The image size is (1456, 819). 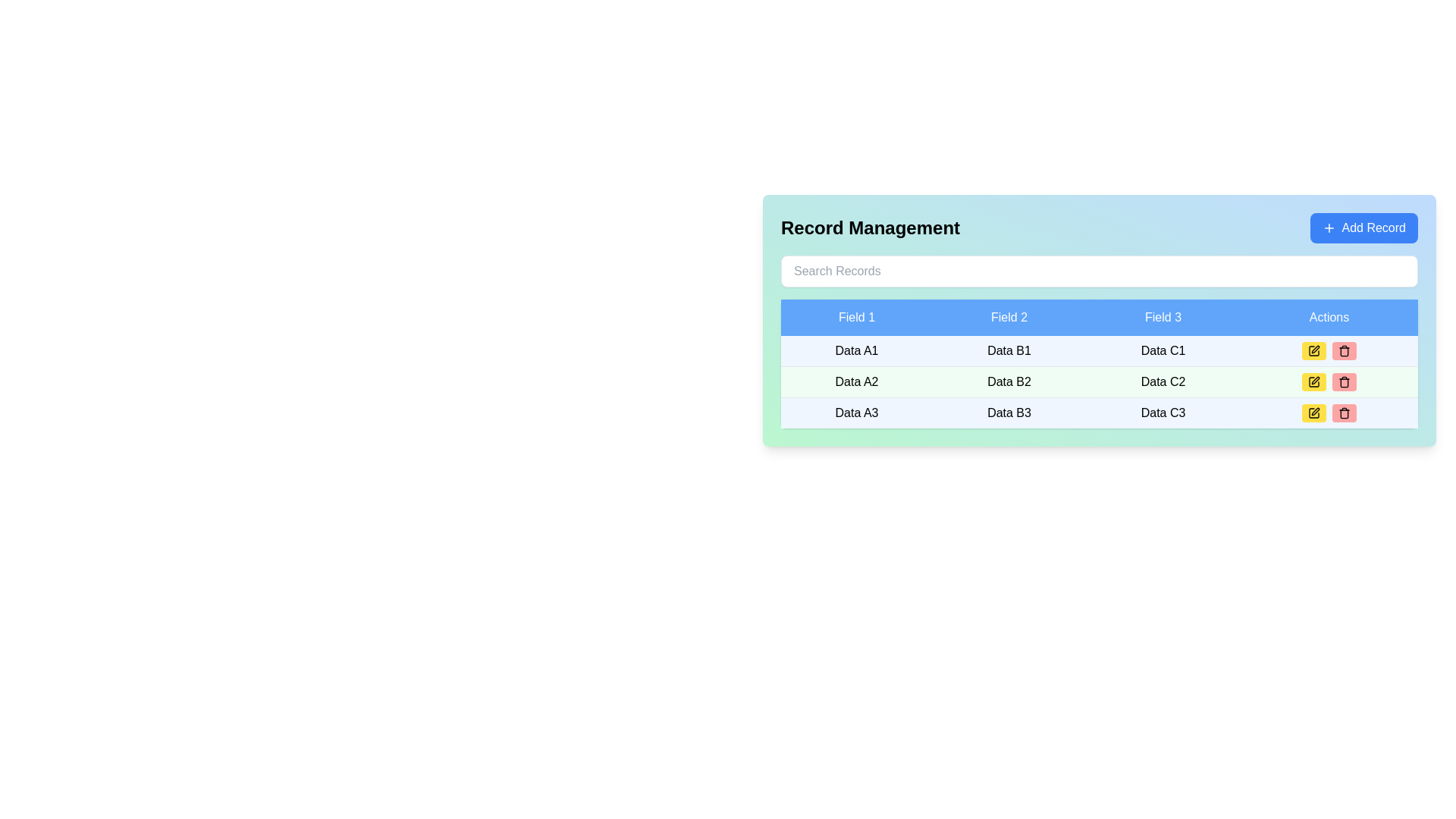 What do you see at coordinates (1163, 317) in the screenshot?
I see `the blue rectangular header cell labeled 'Field 3' in the table, which is the third header cell in the top section of the table` at bounding box center [1163, 317].